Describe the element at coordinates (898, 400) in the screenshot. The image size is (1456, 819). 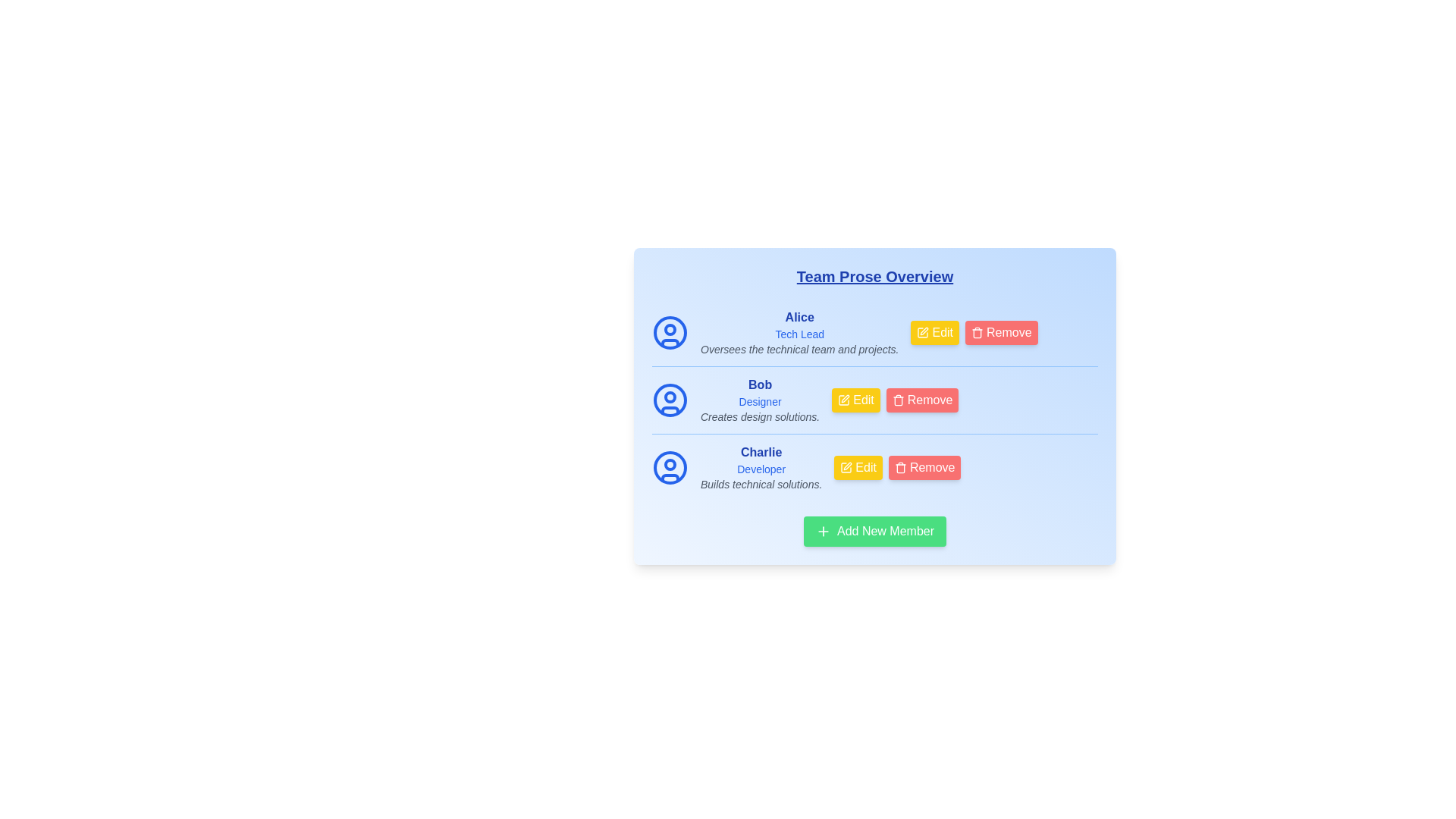
I see `the icon within the 'Remove' button located to the right of the team member 'Bob'` at that location.